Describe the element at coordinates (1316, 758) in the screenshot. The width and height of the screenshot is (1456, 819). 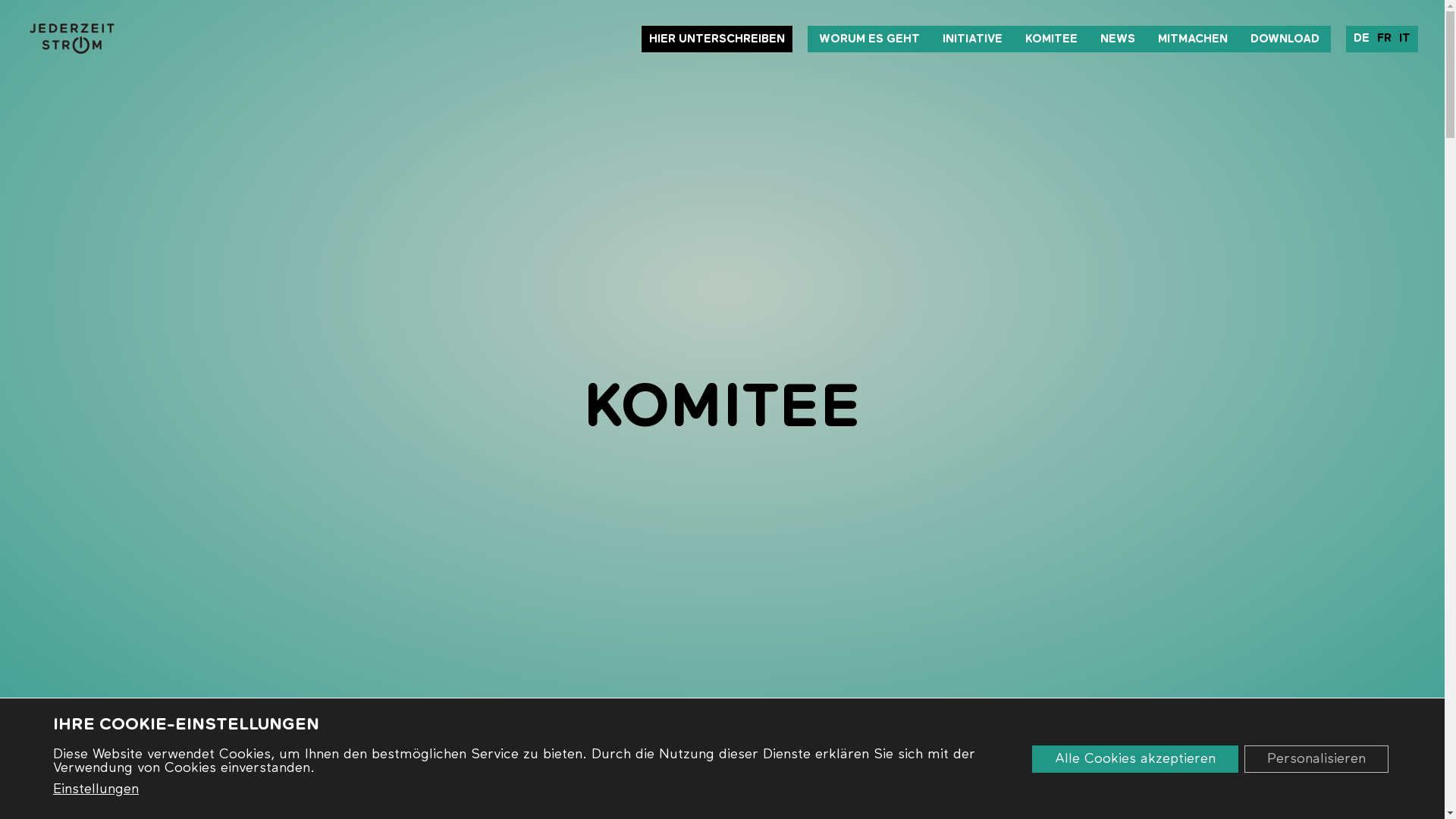
I see `'Personalisieren'` at that location.